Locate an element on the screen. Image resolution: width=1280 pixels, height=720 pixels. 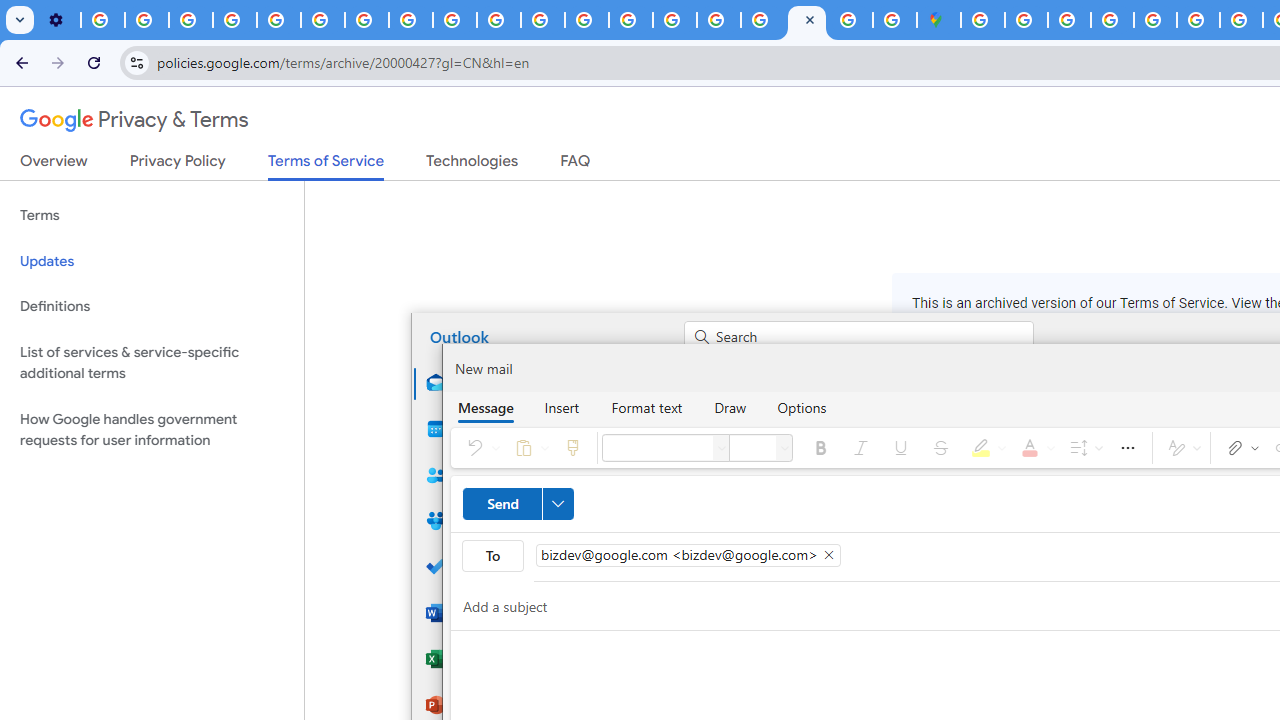
'Message' is located at coordinates (485, 406).